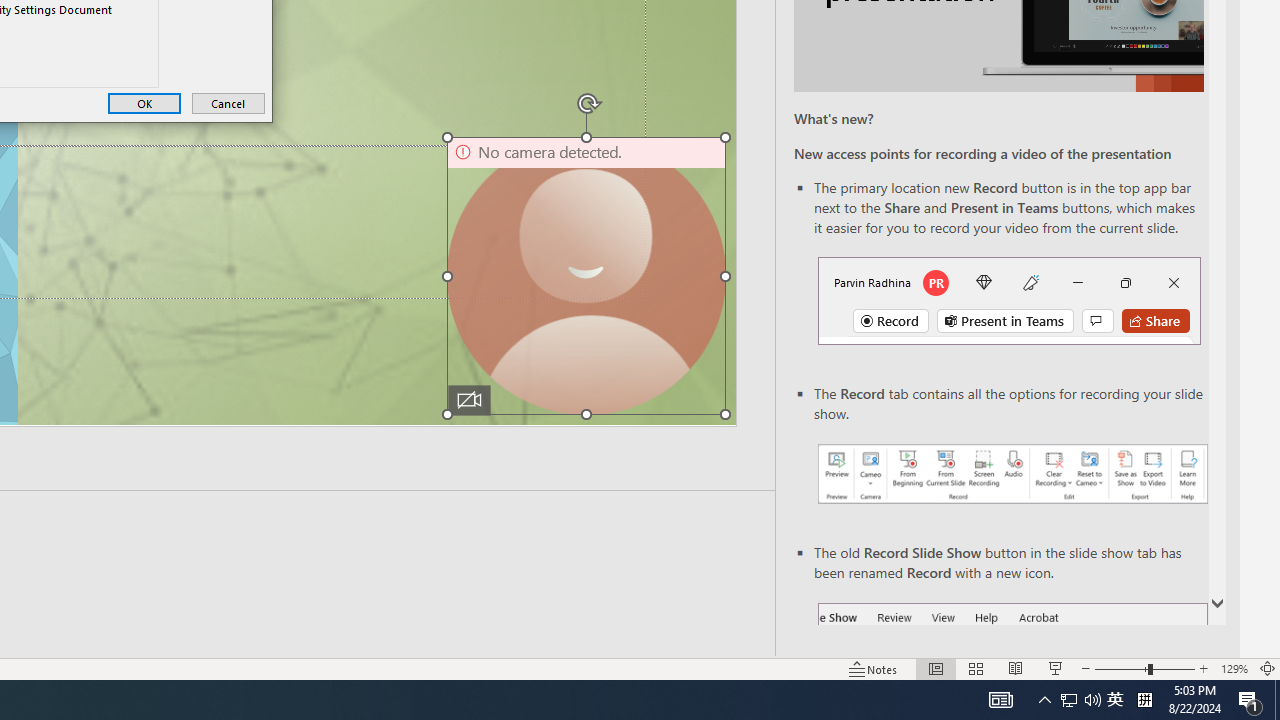 This screenshot has width=1280, height=720. What do you see at coordinates (585, 276) in the screenshot?
I see `'Camera 9, No camera detected.'` at bounding box center [585, 276].